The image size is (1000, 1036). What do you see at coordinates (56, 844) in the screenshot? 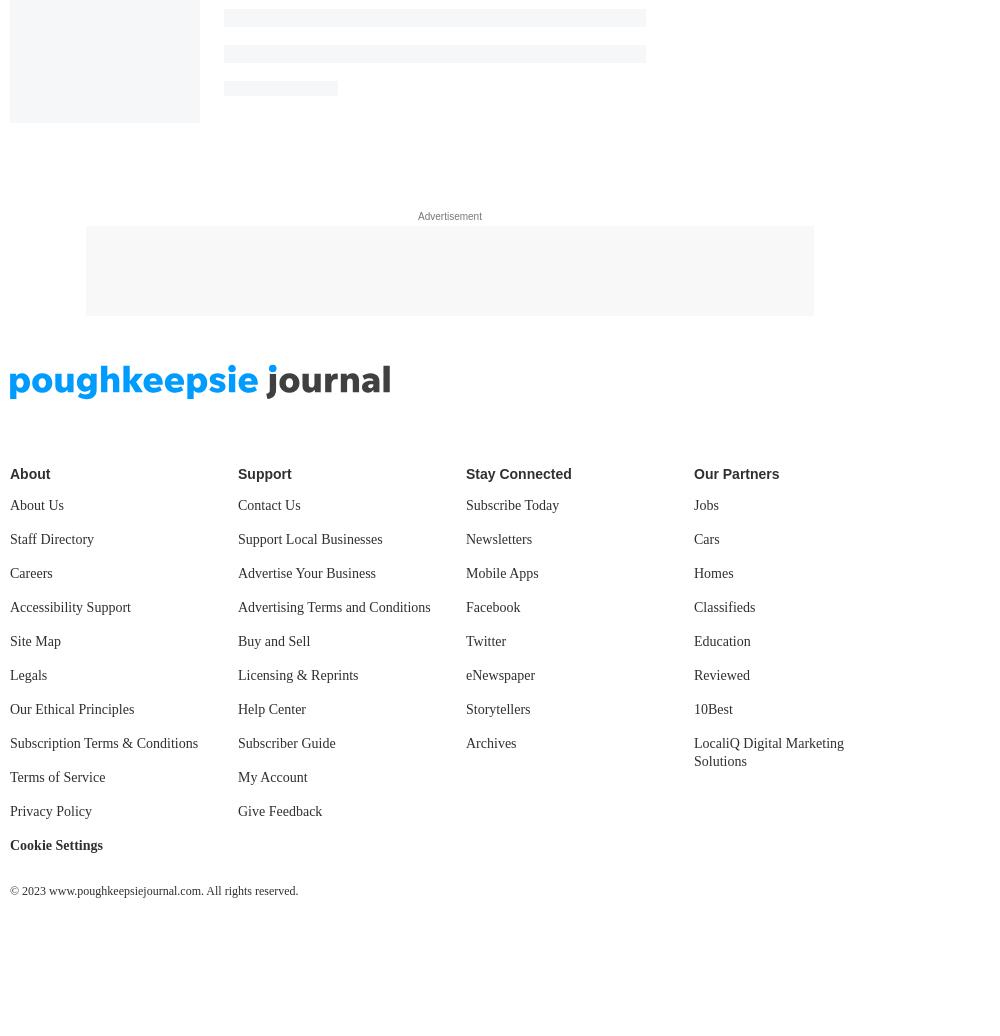
I see `'Cookie Settings'` at bounding box center [56, 844].